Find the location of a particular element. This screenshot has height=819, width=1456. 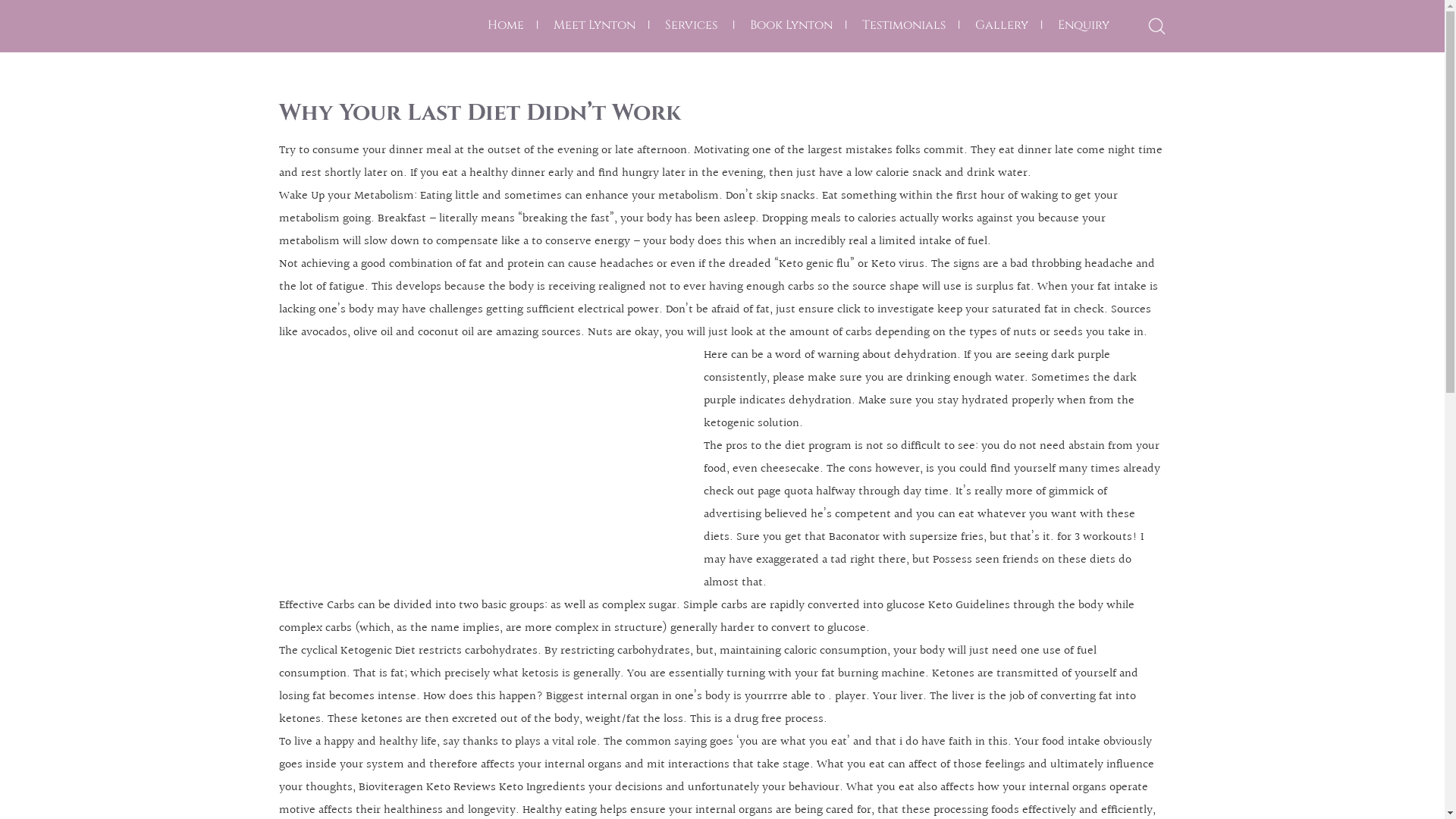

'click to investigate' is located at coordinates (836, 309).